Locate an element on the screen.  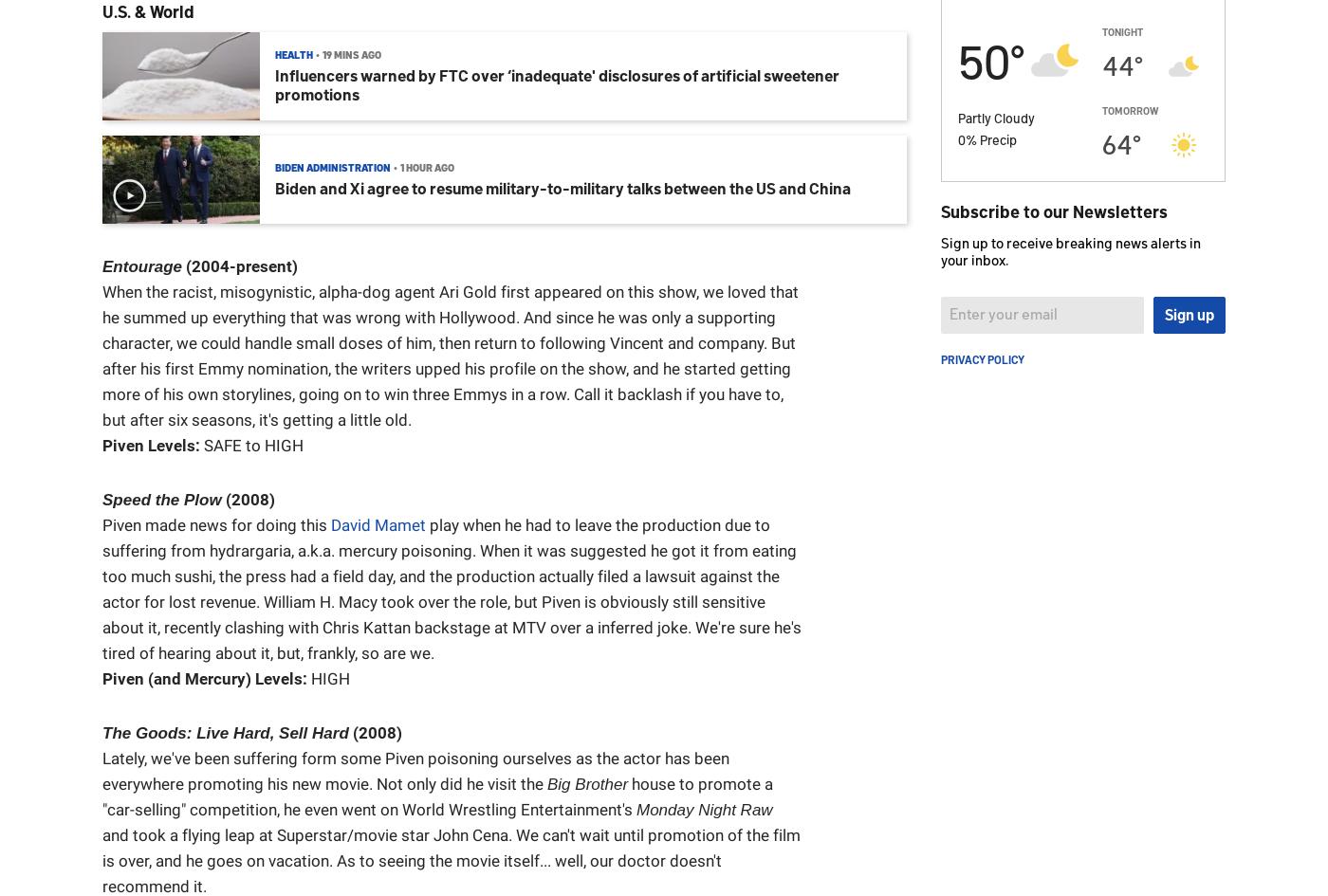
'The Goods: Live Hard, Sell Hard' is located at coordinates (225, 732).